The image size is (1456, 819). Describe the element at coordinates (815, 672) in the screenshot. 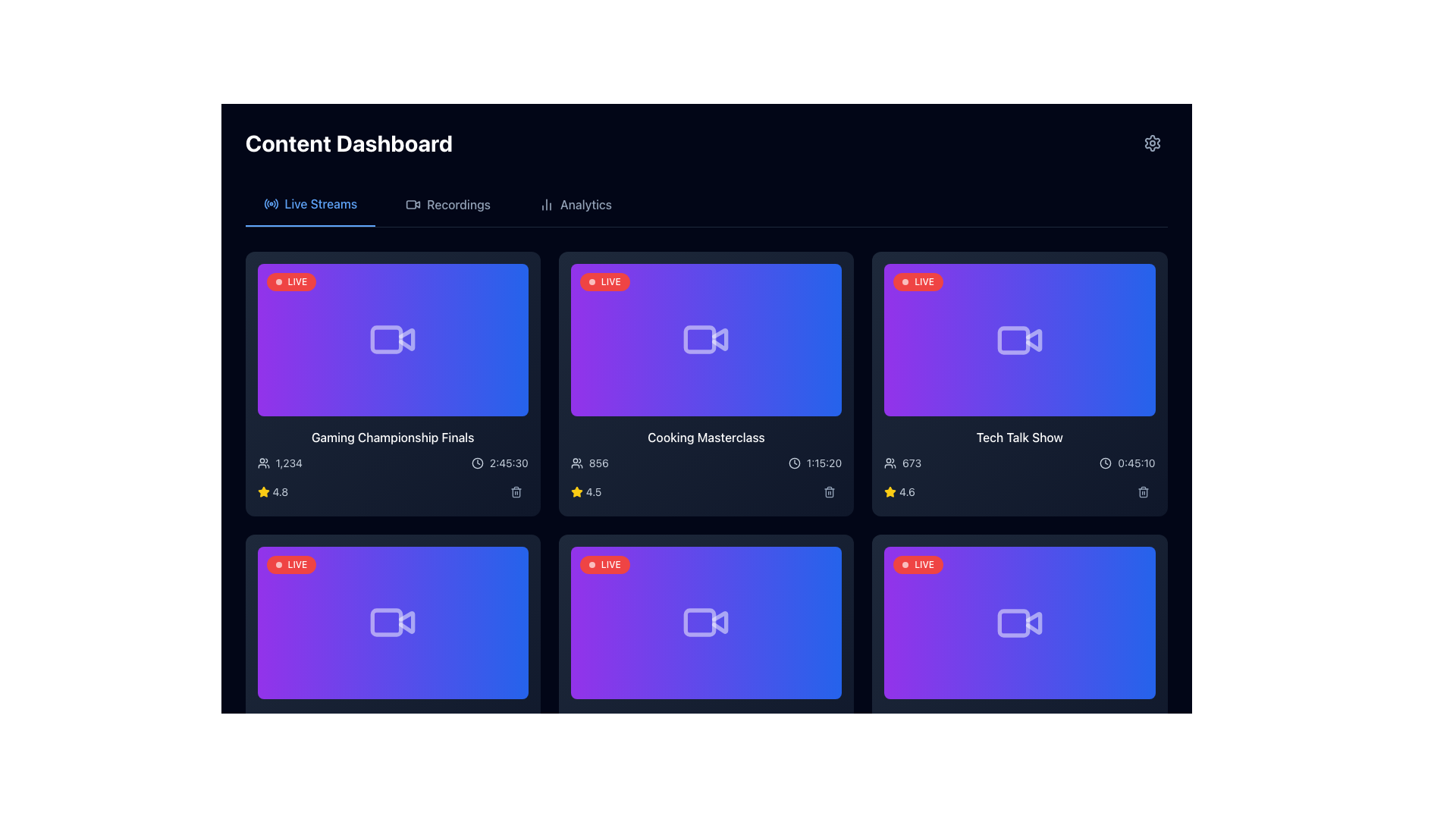

I see `the play button located at the bottom-right corner of the video card with a gradient purple to blue background, which plays the associated video's content when clicked` at that location.